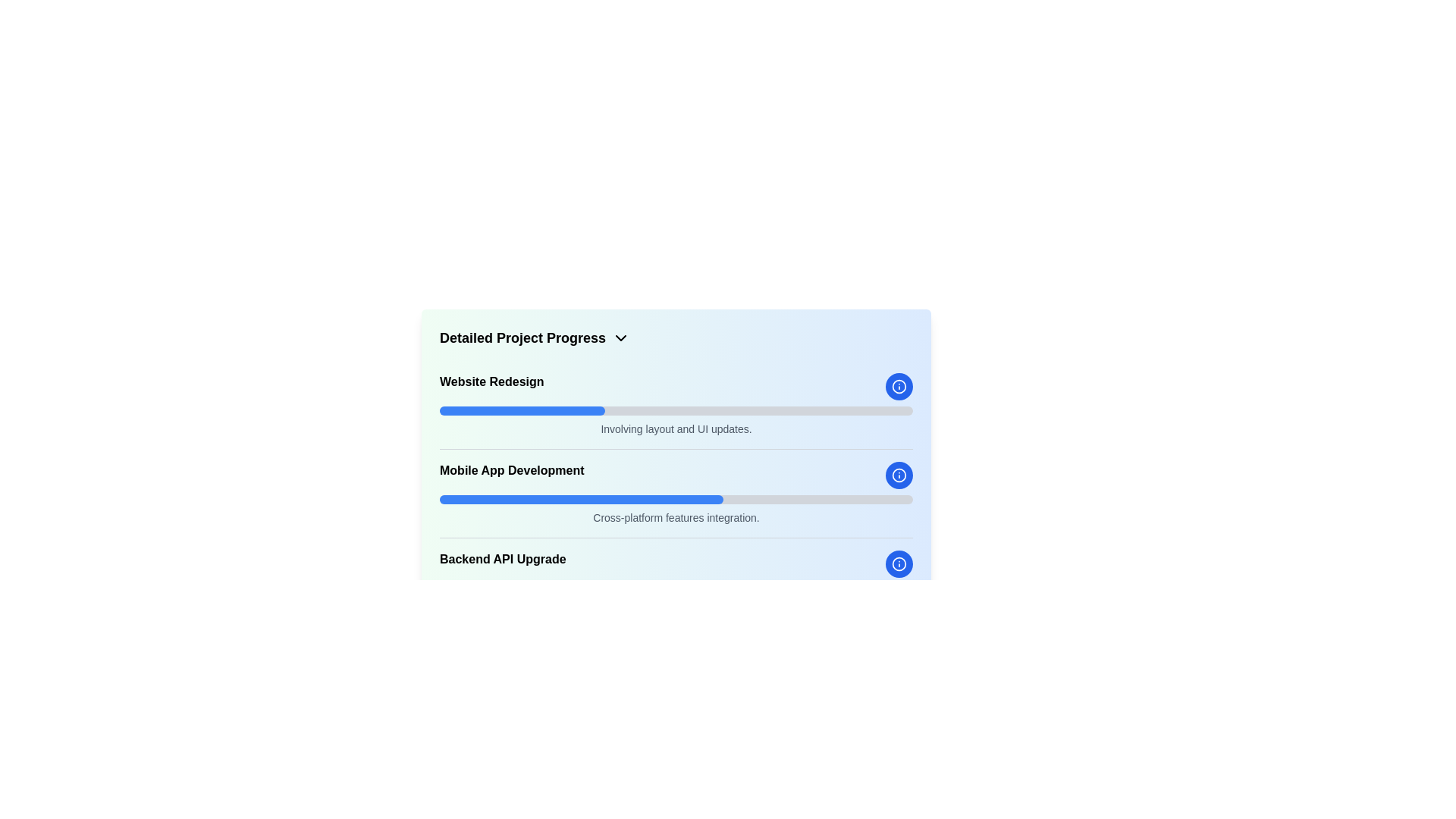 The height and width of the screenshot is (819, 1456). What do you see at coordinates (581, 500) in the screenshot?
I see `the blue progress bar segment that spans approximately 60% of the horizontal bar located beneath the 'Mobile App Development' label` at bounding box center [581, 500].